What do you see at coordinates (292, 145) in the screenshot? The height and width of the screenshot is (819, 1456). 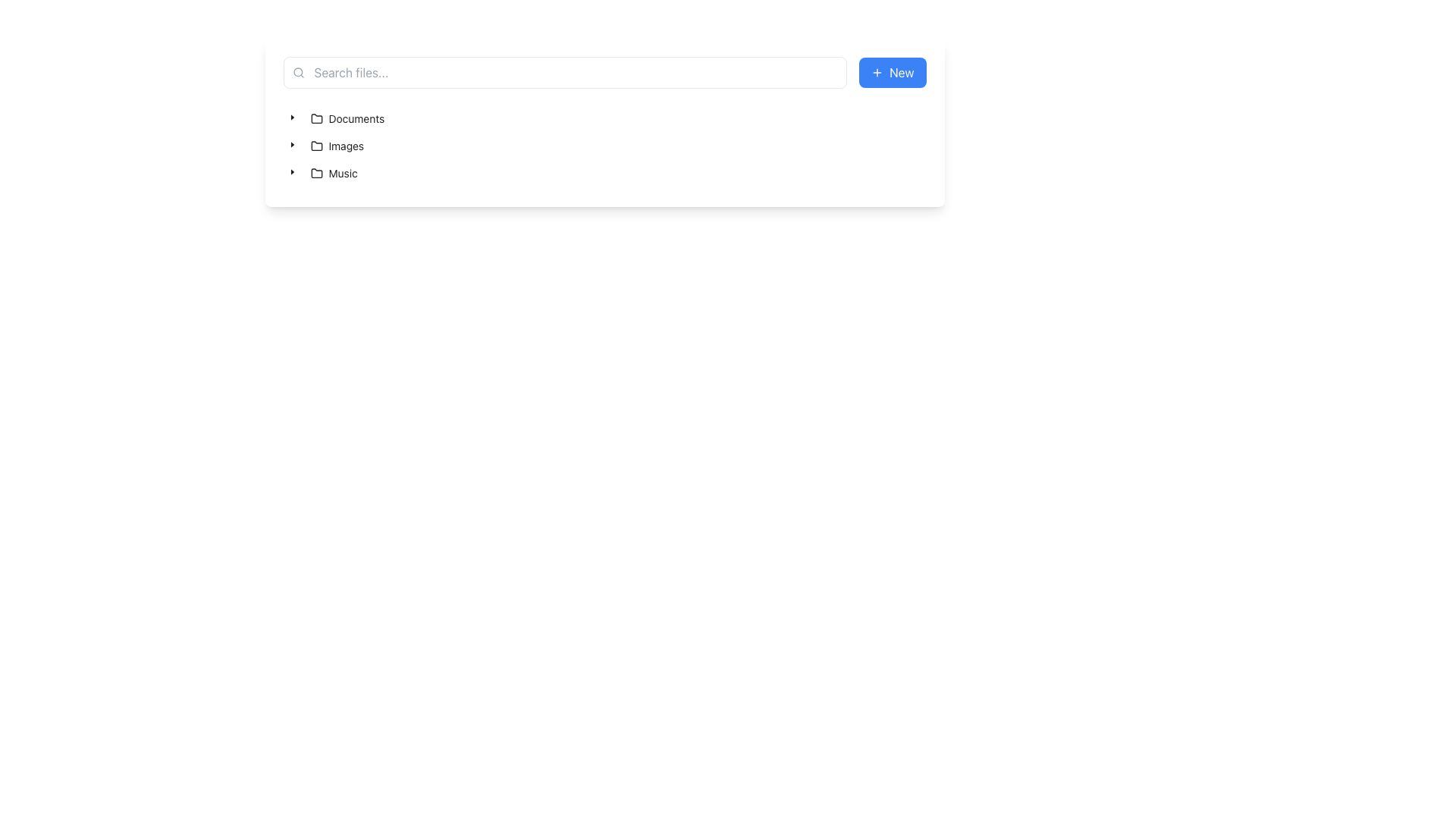 I see `the tree expansion toggle button` at bounding box center [292, 145].